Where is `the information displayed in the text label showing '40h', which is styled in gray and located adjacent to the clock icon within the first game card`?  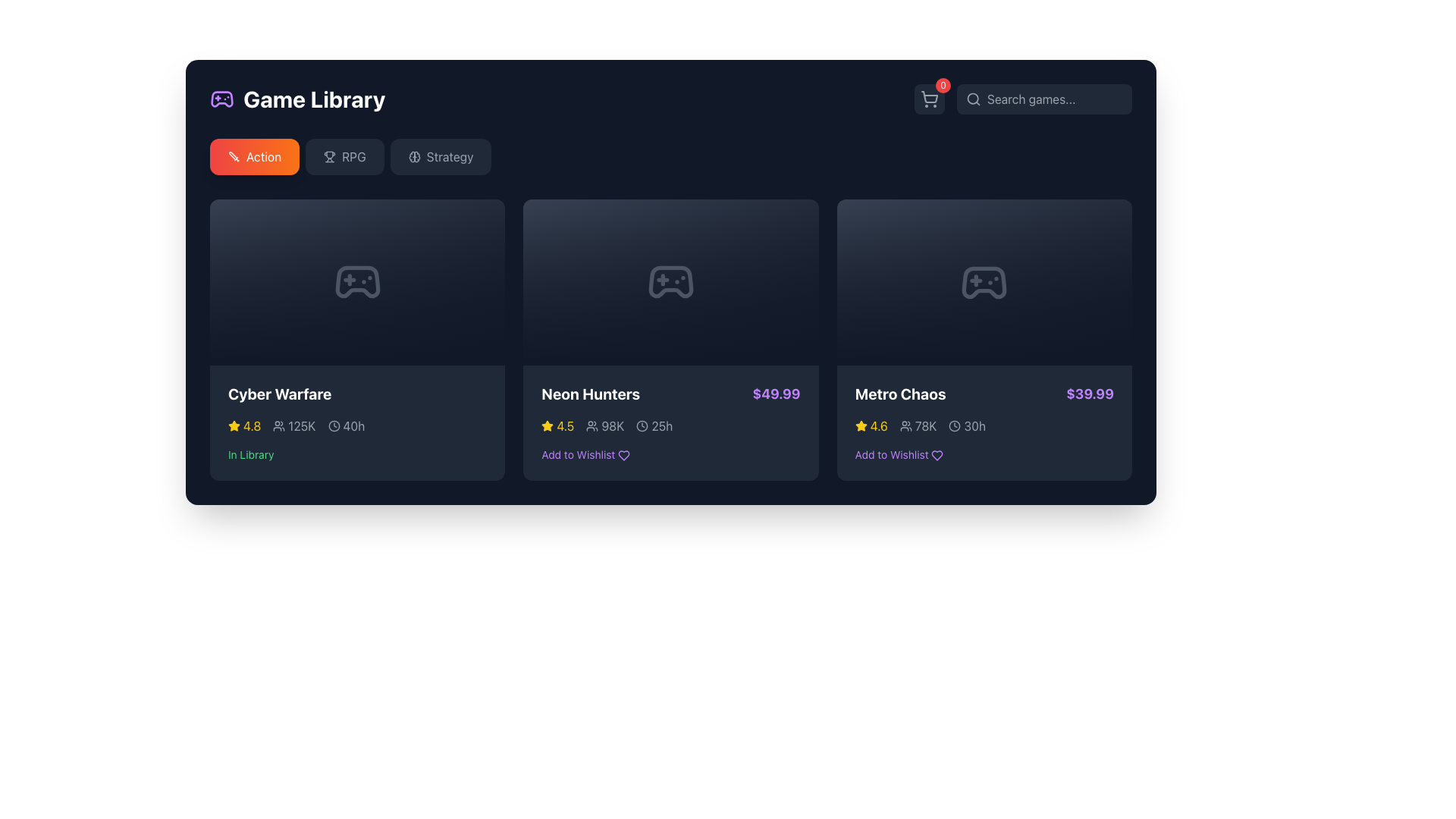
the information displayed in the text label showing '40h', which is styled in gray and located adjacent to the clock icon within the first game card is located at coordinates (353, 426).